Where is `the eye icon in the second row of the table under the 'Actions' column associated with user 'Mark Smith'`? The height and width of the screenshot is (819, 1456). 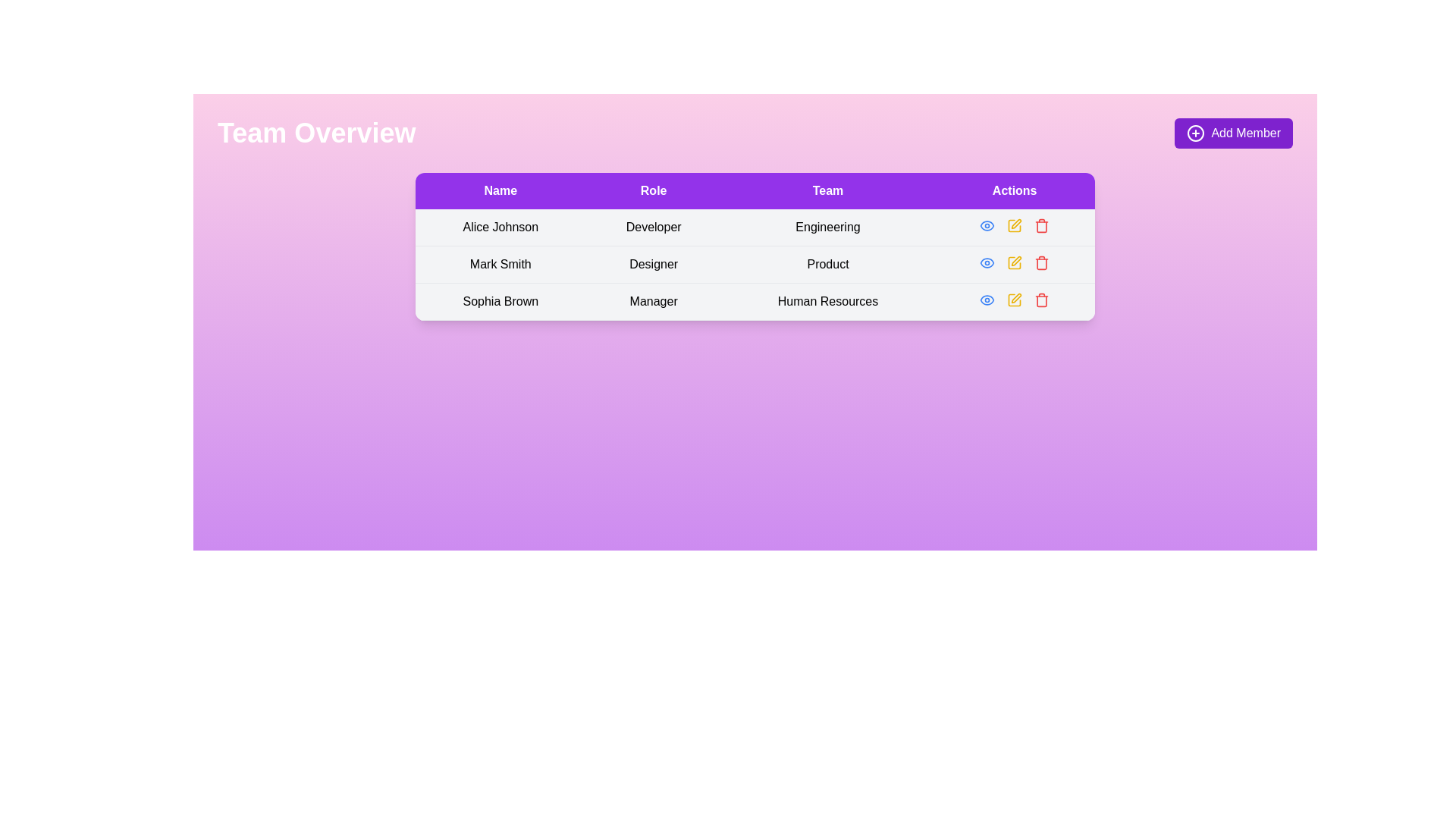 the eye icon in the second row of the table under the 'Actions' column associated with user 'Mark Smith' is located at coordinates (987, 262).